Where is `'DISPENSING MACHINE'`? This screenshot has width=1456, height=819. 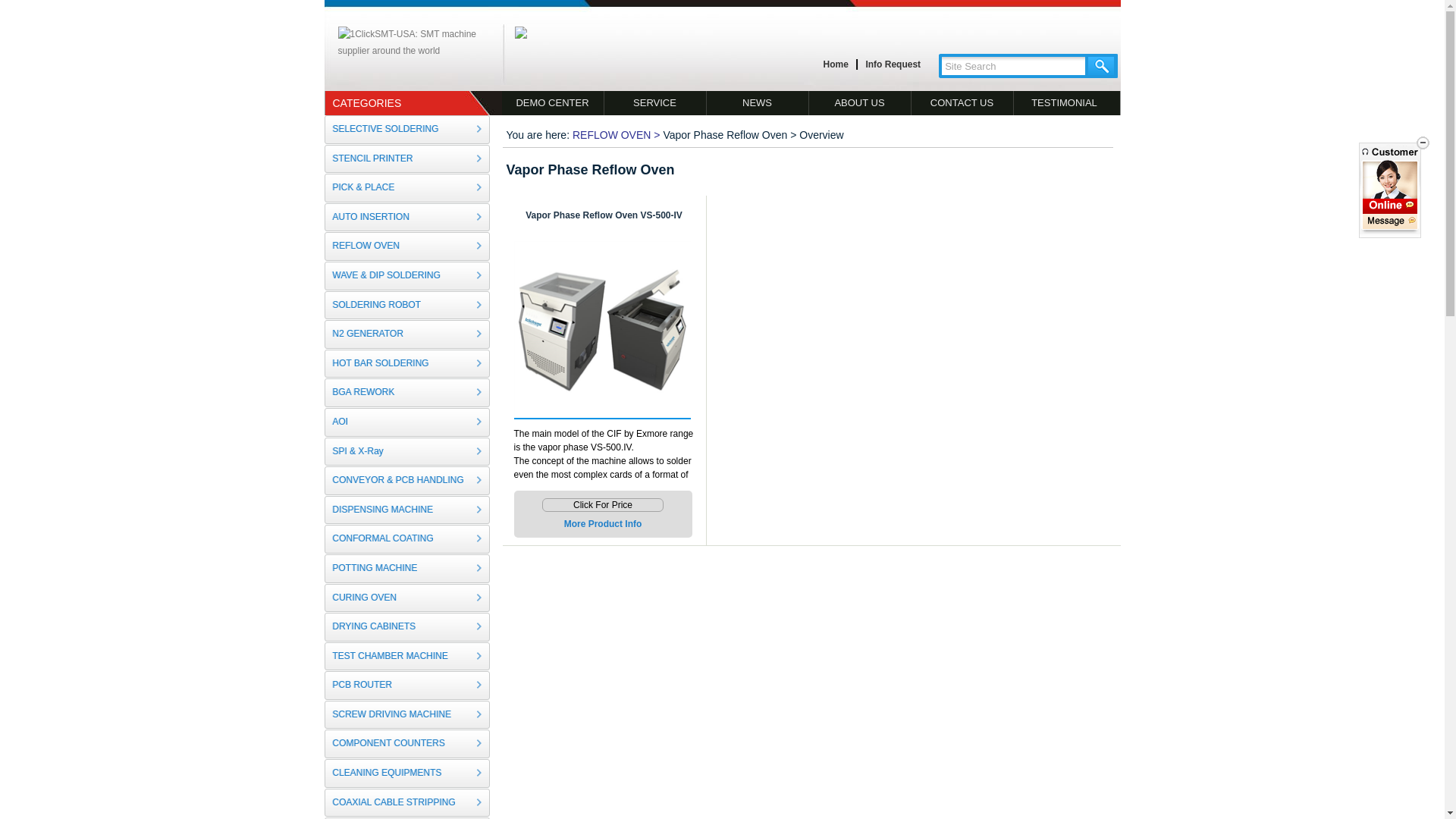 'DISPENSING MACHINE' is located at coordinates (407, 510).